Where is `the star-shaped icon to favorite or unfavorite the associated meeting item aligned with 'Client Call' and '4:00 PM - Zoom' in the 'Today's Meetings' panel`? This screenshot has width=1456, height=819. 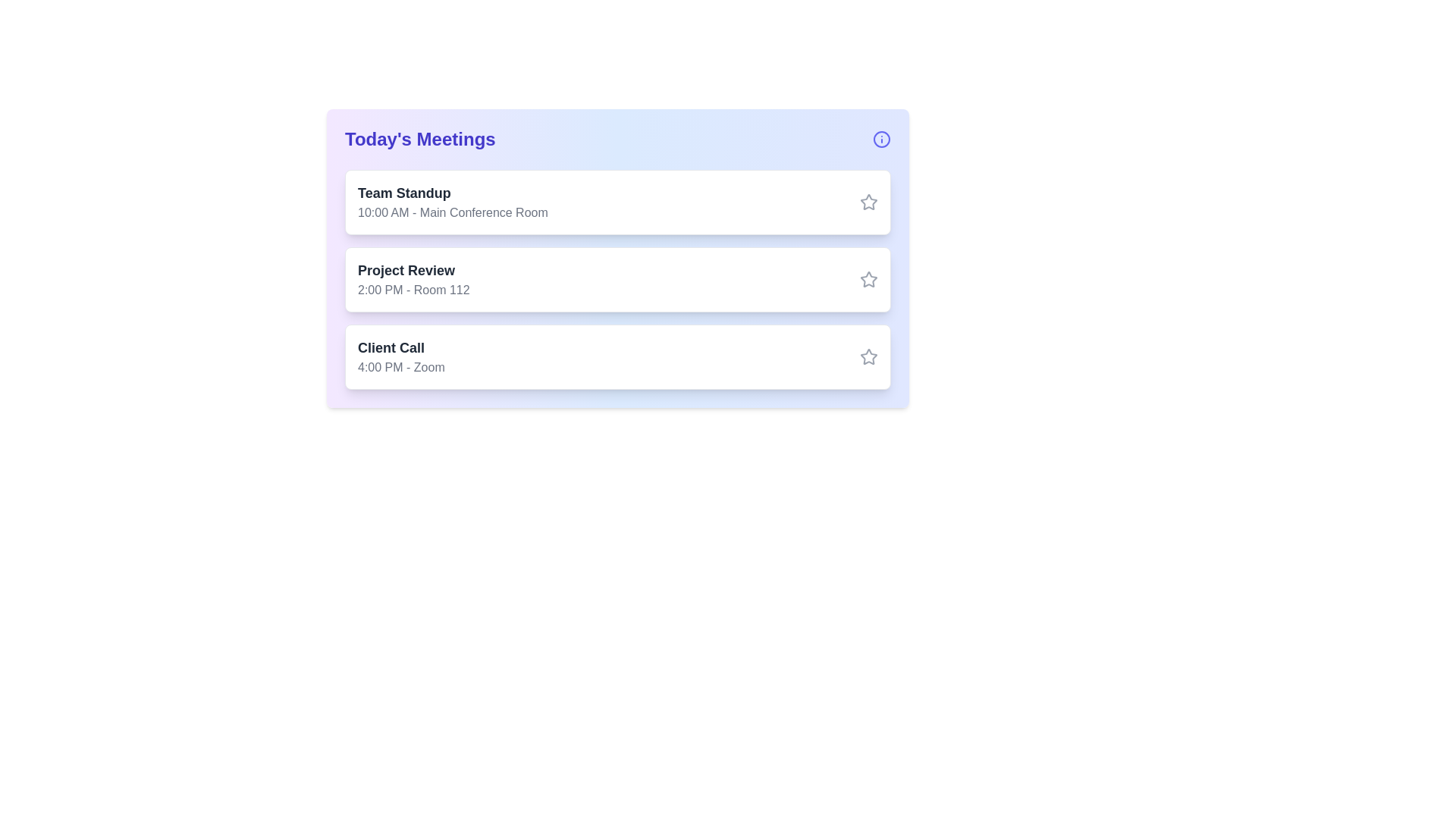 the star-shaped icon to favorite or unfavorite the associated meeting item aligned with 'Client Call' and '4:00 PM - Zoom' in the 'Today's Meetings' panel is located at coordinates (869, 356).